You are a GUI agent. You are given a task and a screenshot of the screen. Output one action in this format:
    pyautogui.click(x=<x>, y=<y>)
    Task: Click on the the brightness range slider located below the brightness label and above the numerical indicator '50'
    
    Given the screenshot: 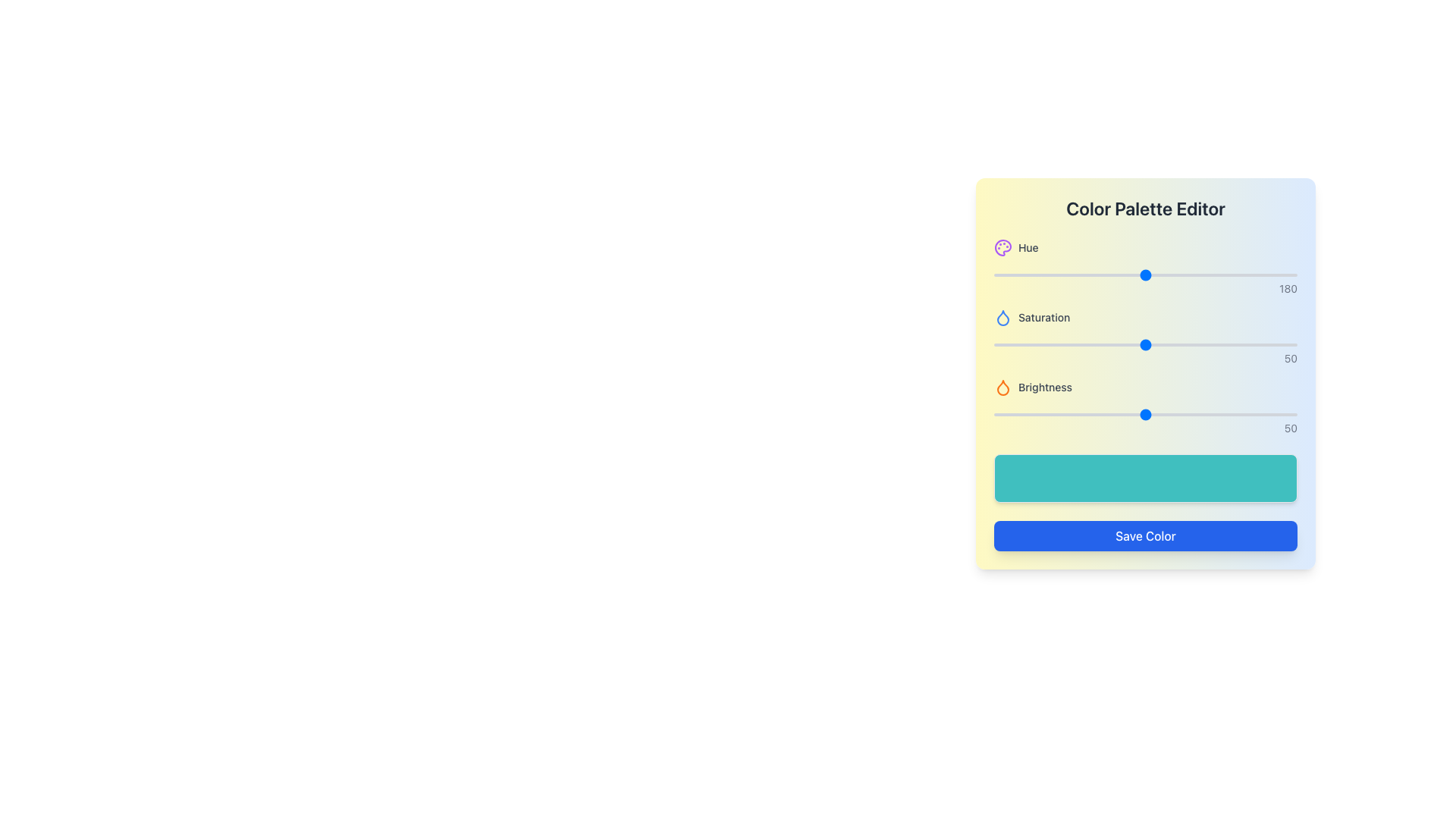 What is the action you would take?
    pyautogui.click(x=1146, y=415)
    